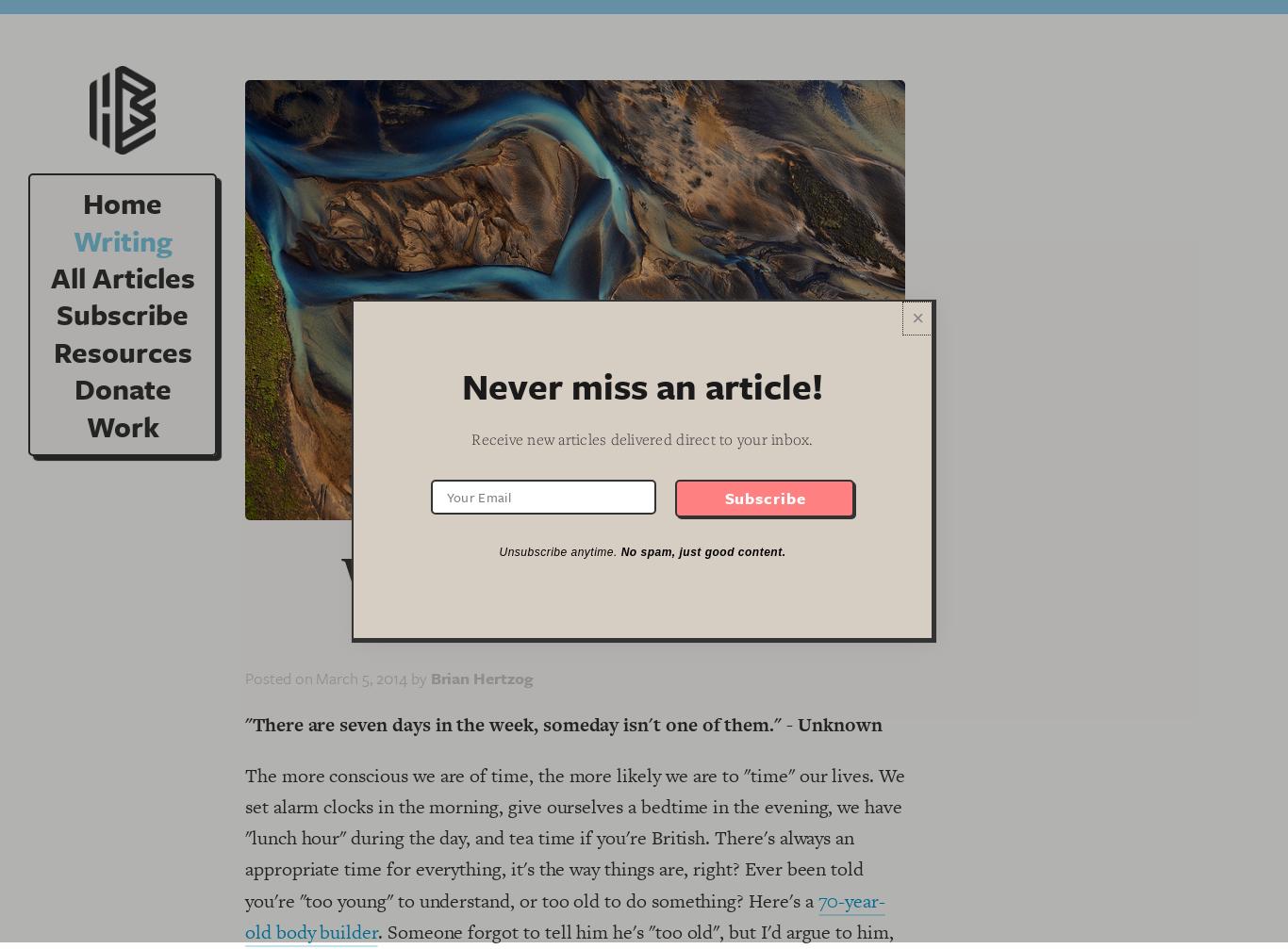 The height and width of the screenshot is (949, 1288). What do you see at coordinates (122, 314) in the screenshot?
I see `'Subscribe'` at bounding box center [122, 314].